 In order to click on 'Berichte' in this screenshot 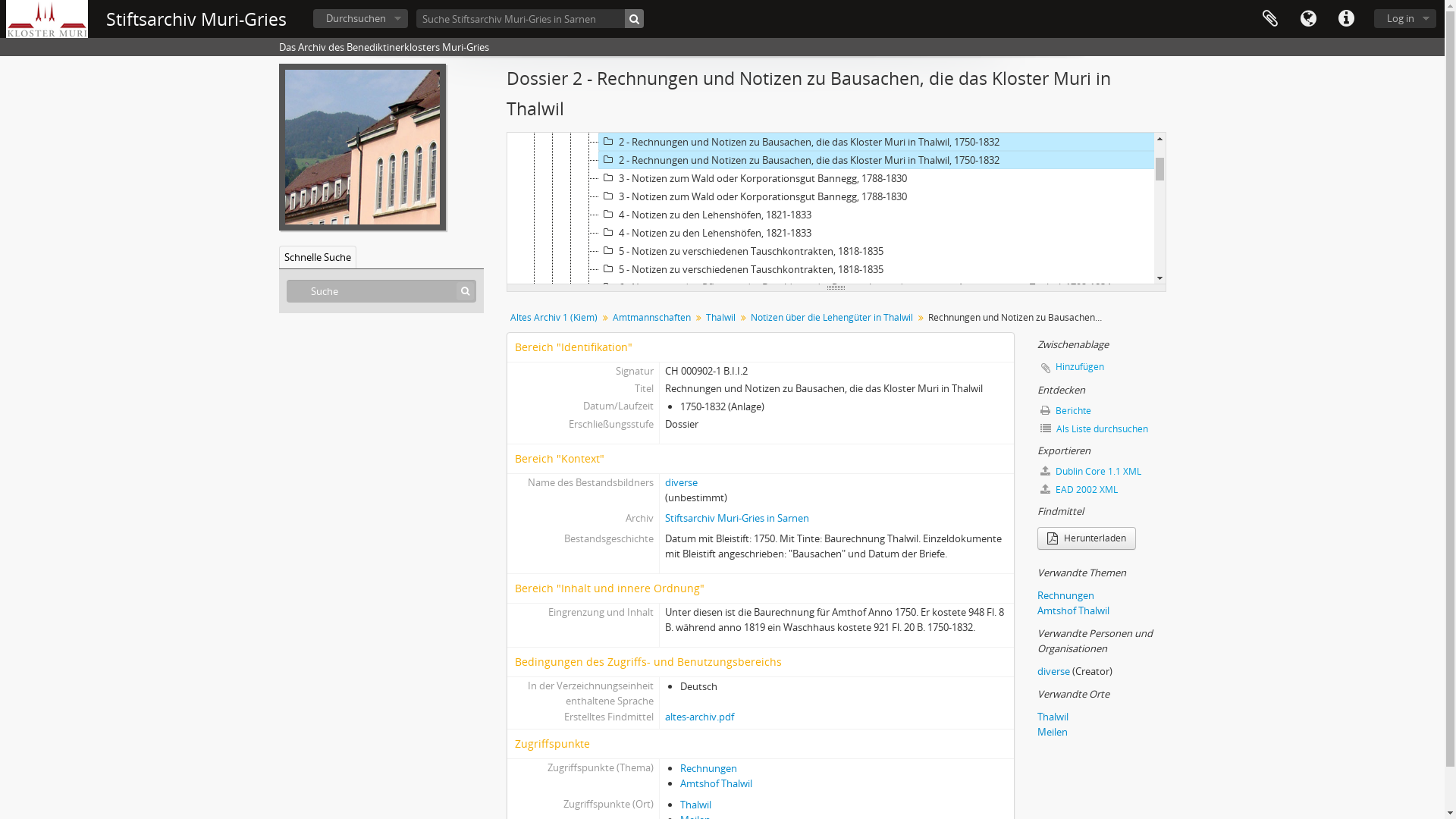, I will do `click(1102, 411)`.